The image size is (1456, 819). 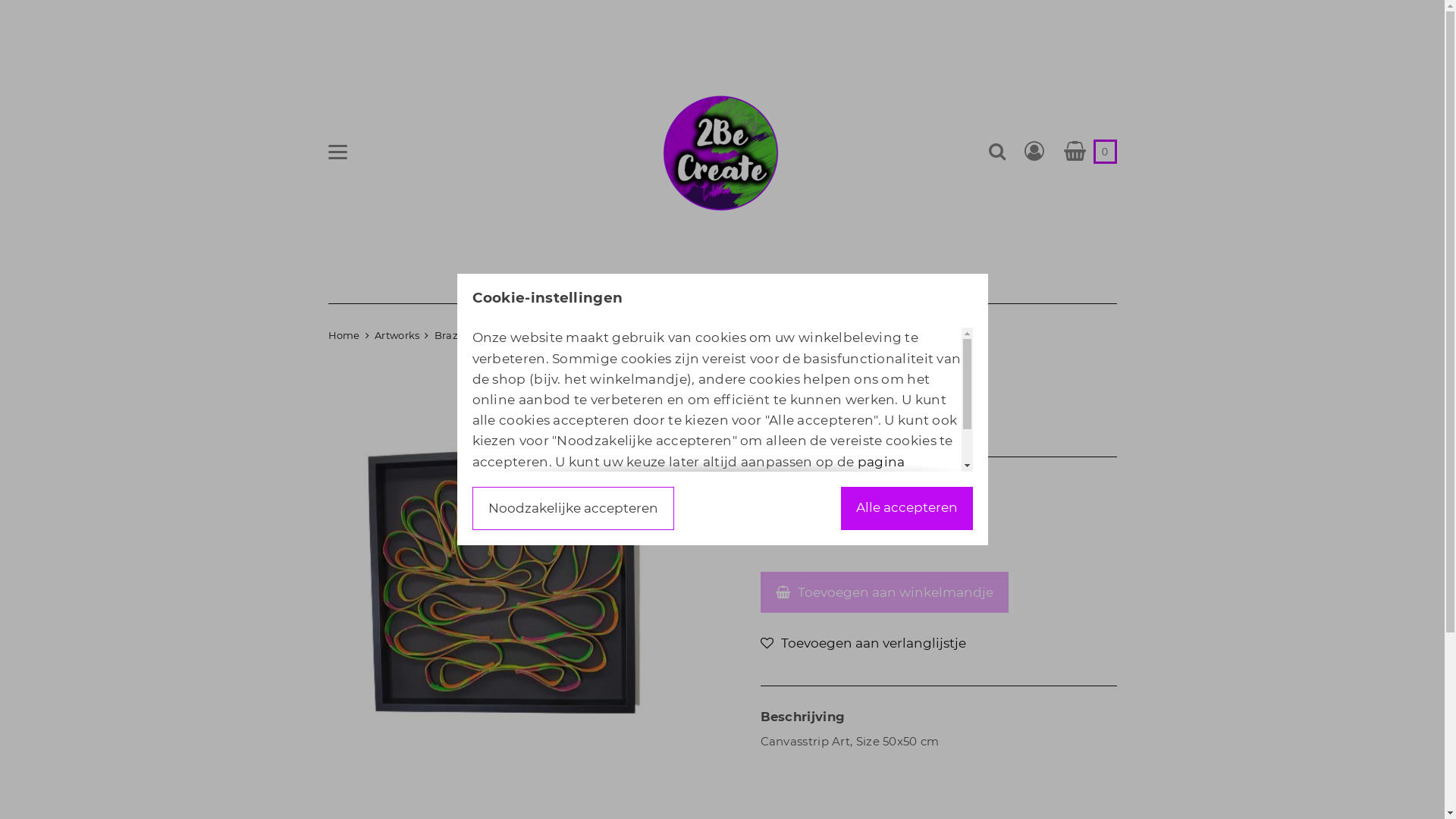 What do you see at coordinates (465, 334) in the screenshot?
I see `'Brazil (Sold)'` at bounding box center [465, 334].